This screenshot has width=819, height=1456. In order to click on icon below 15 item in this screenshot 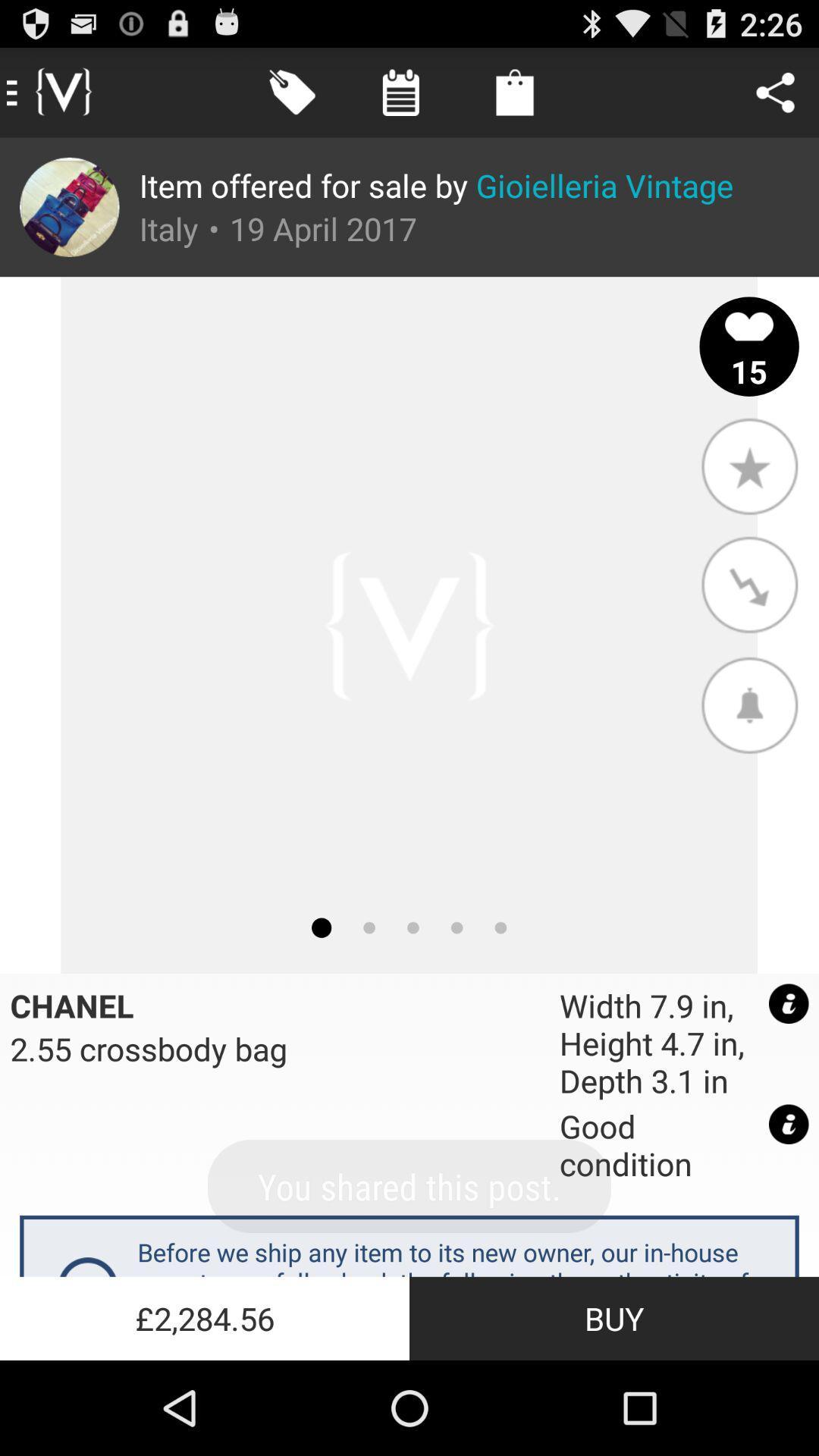, I will do `click(748, 465)`.